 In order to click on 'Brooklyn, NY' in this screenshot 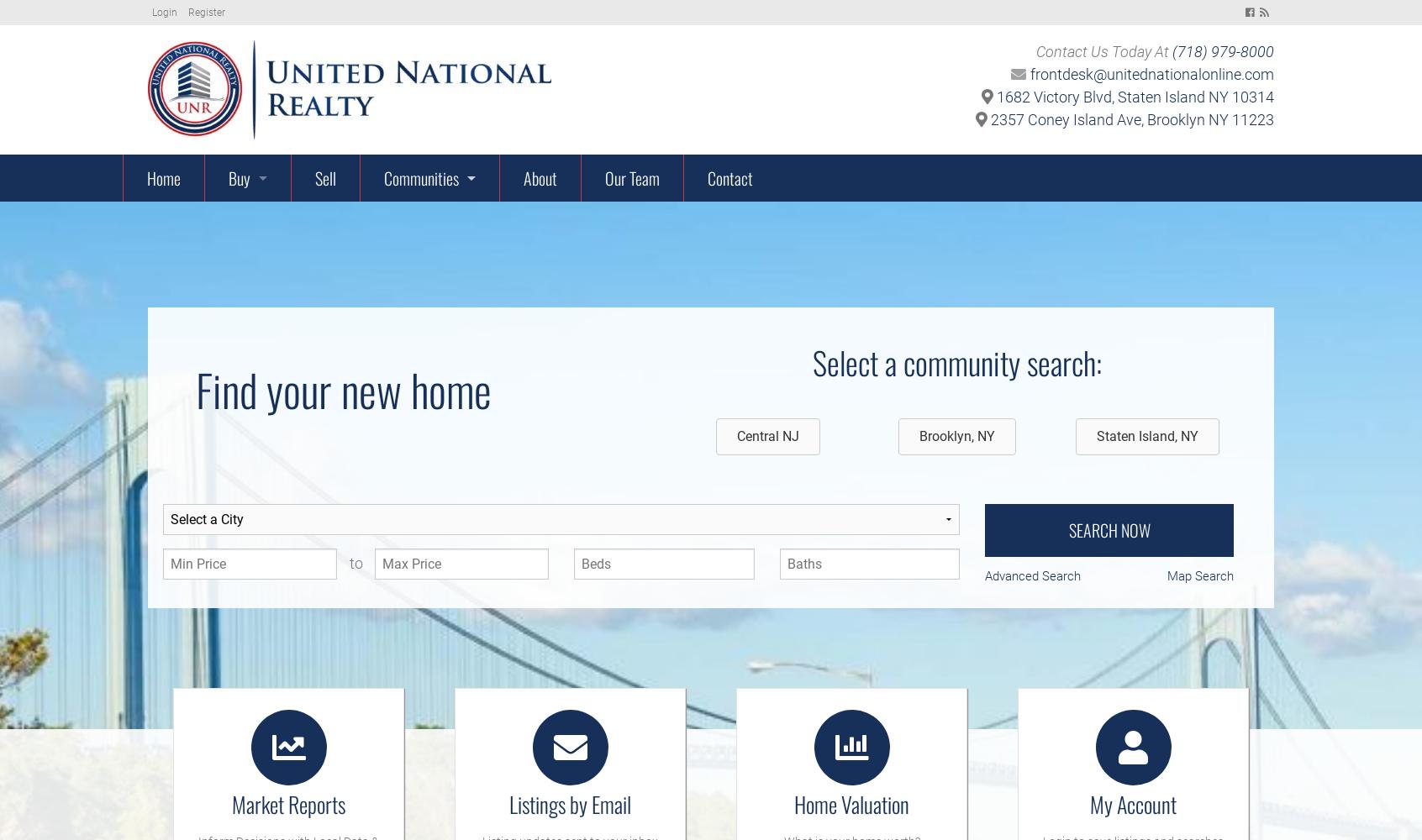, I will do `click(919, 435)`.